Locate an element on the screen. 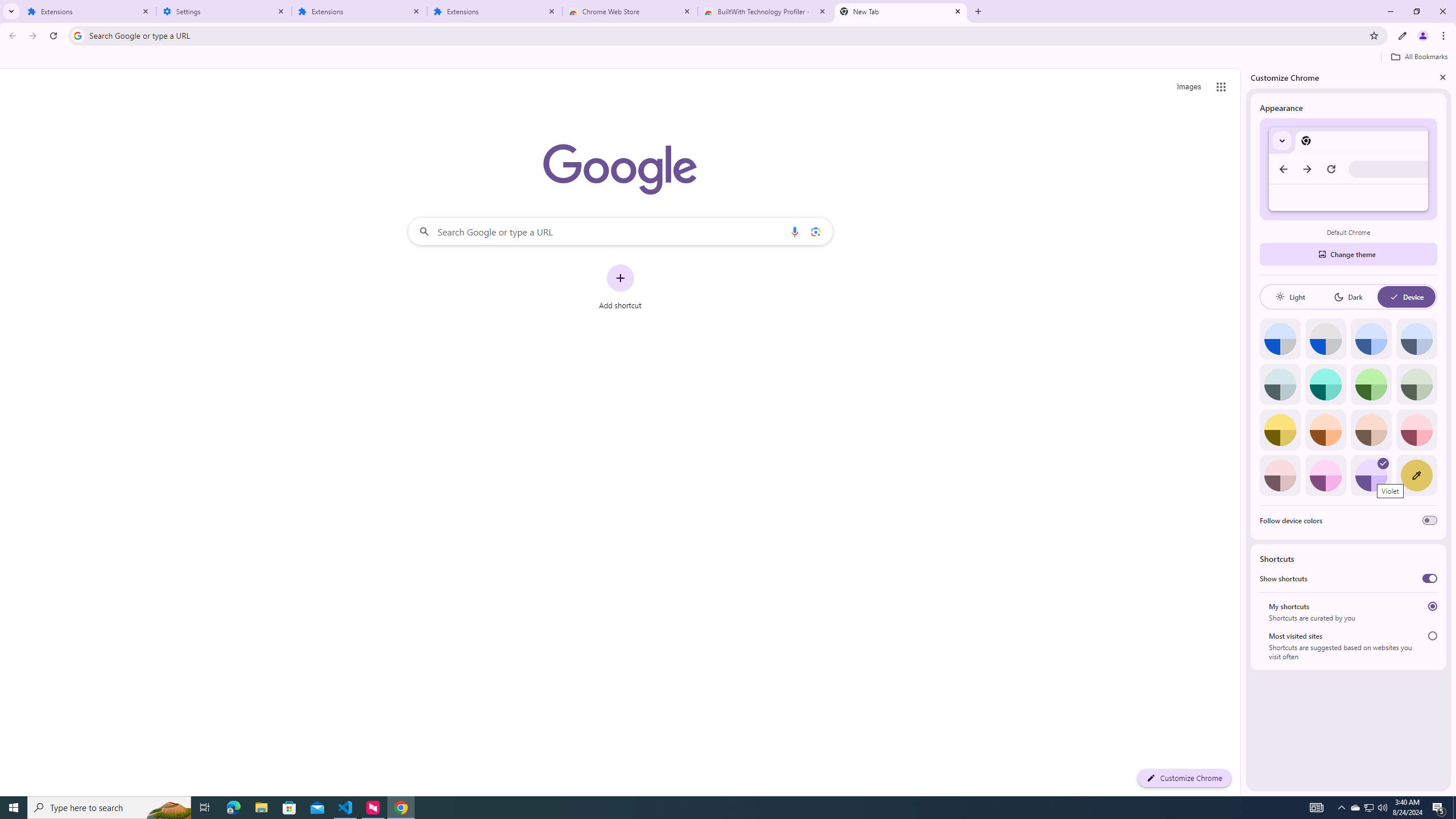 Image resolution: width=1456 pixels, height=819 pixels. 'Cool grey' is located at coordinates (1416, 338).